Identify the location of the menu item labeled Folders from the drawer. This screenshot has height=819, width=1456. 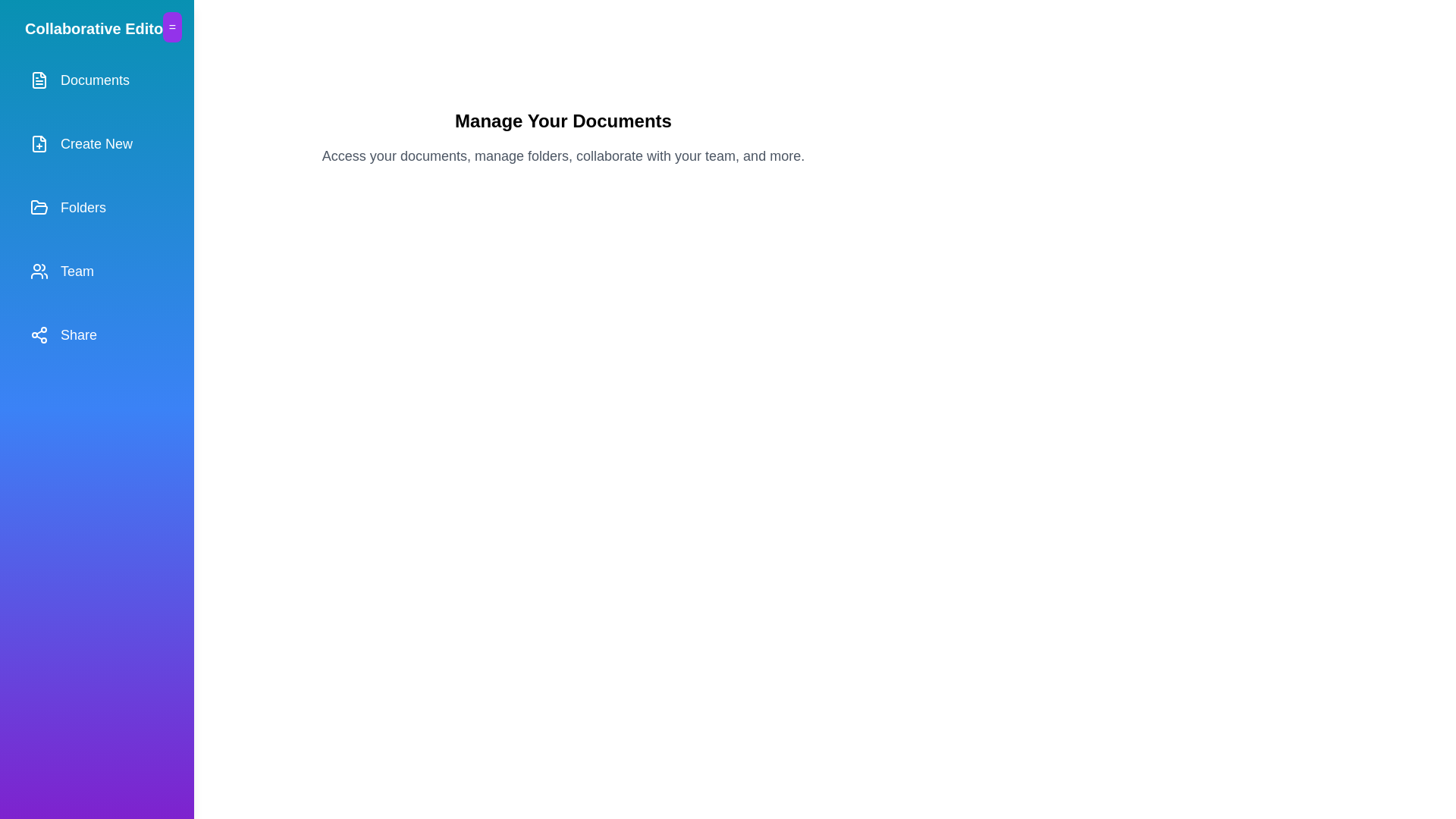
(96, 207).